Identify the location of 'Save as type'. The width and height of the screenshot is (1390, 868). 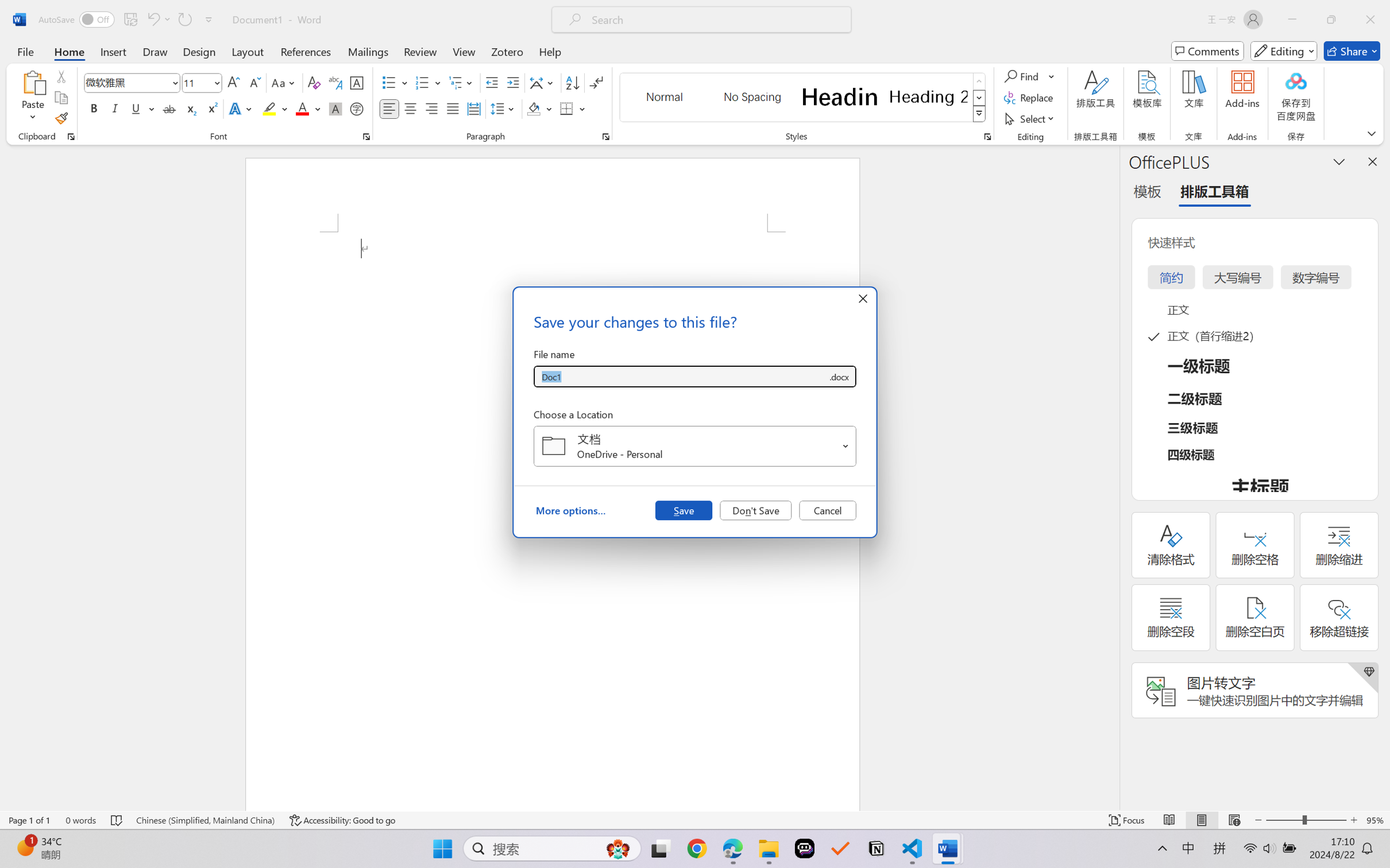
(838, 377).